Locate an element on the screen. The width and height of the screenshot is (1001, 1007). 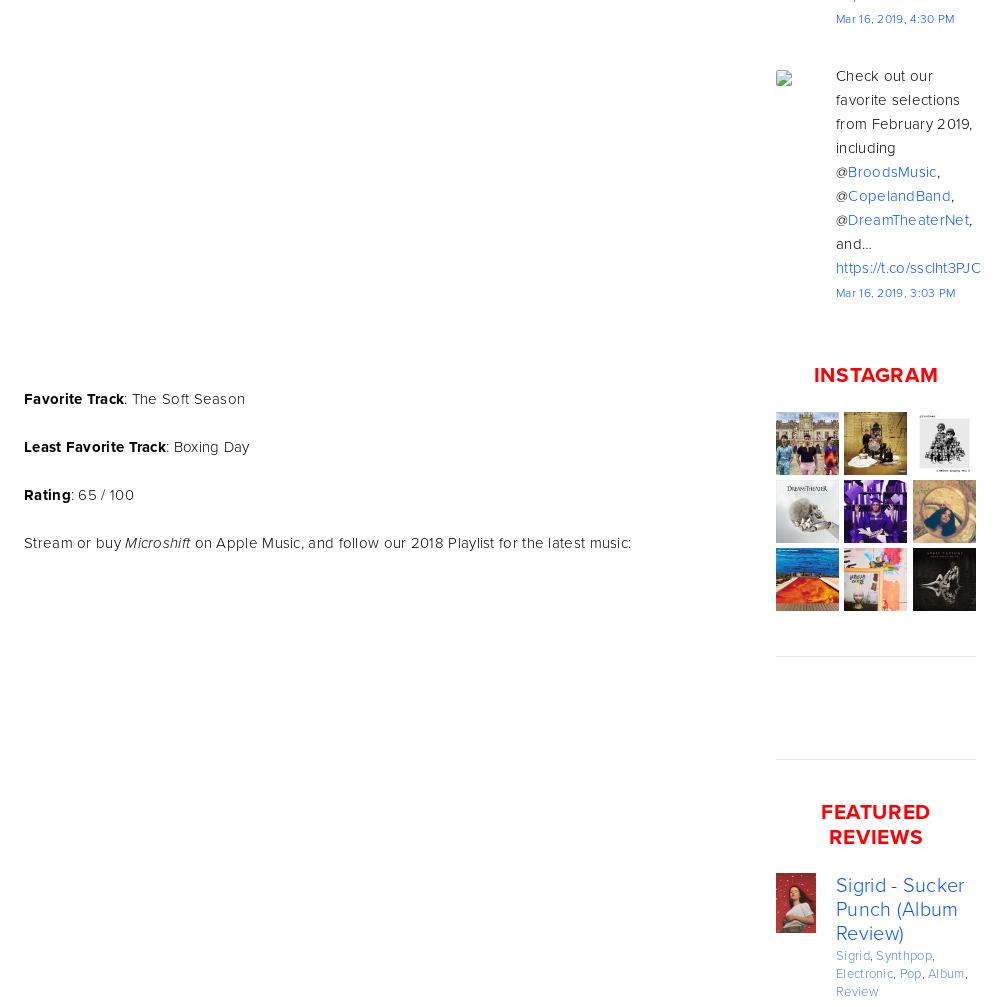
'https://t.co/sscIht3PJC' is located at coordinates (835, 267).